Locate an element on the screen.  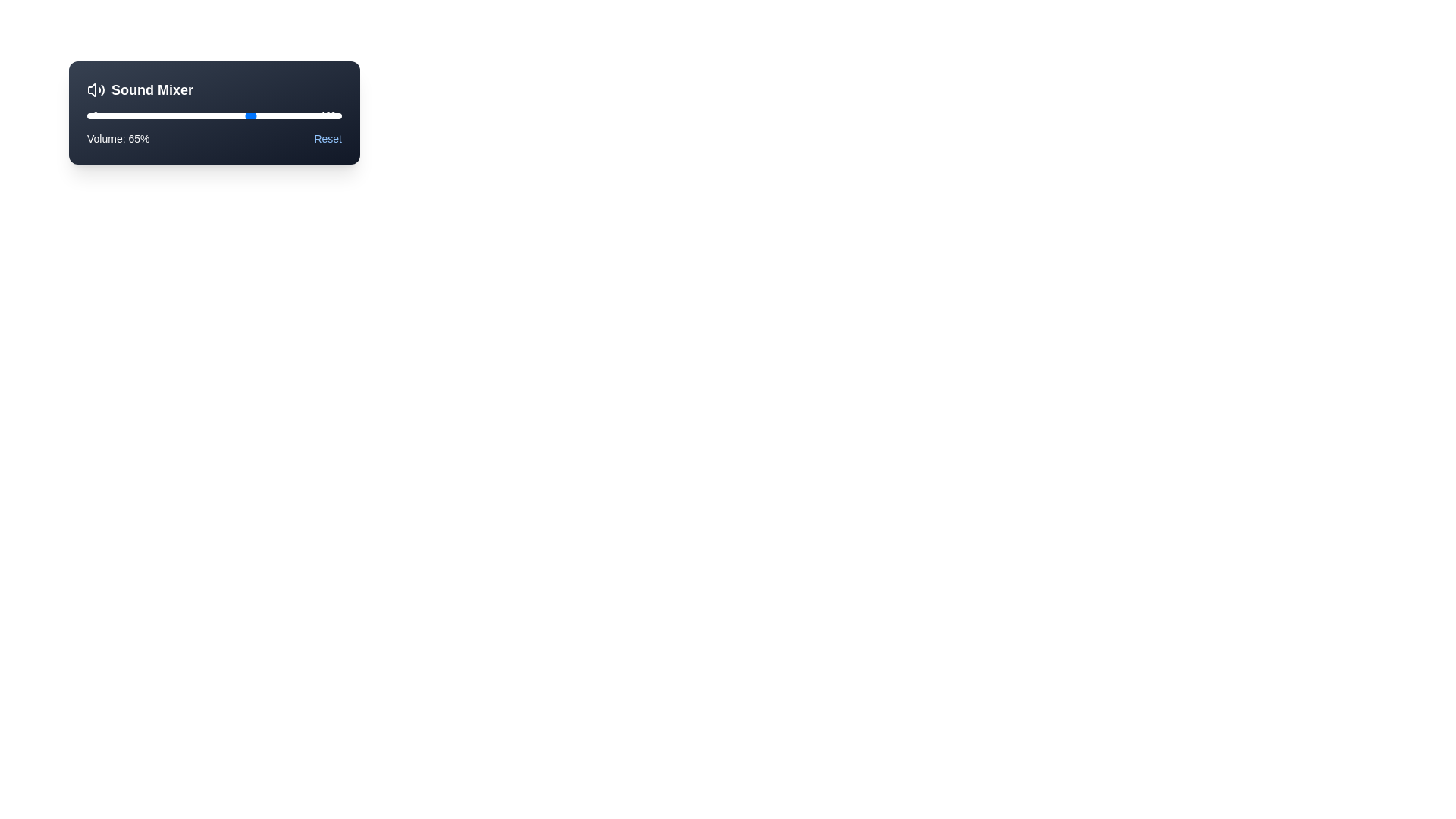
the slider to set the volume to 96% is located at coordinates (331, 115).